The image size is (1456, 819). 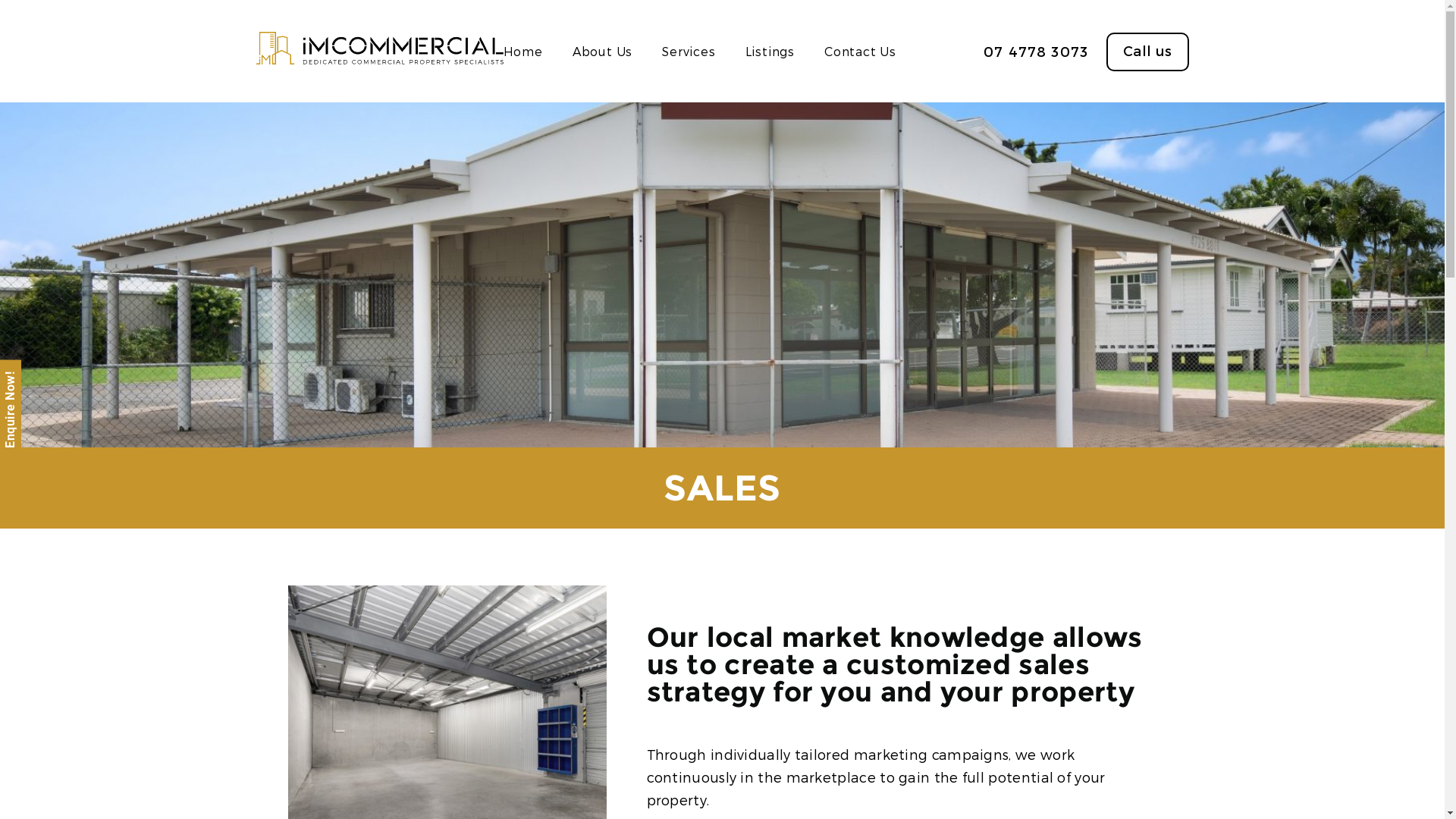 I want to click on 'About Us', so click(x=571, y=50).